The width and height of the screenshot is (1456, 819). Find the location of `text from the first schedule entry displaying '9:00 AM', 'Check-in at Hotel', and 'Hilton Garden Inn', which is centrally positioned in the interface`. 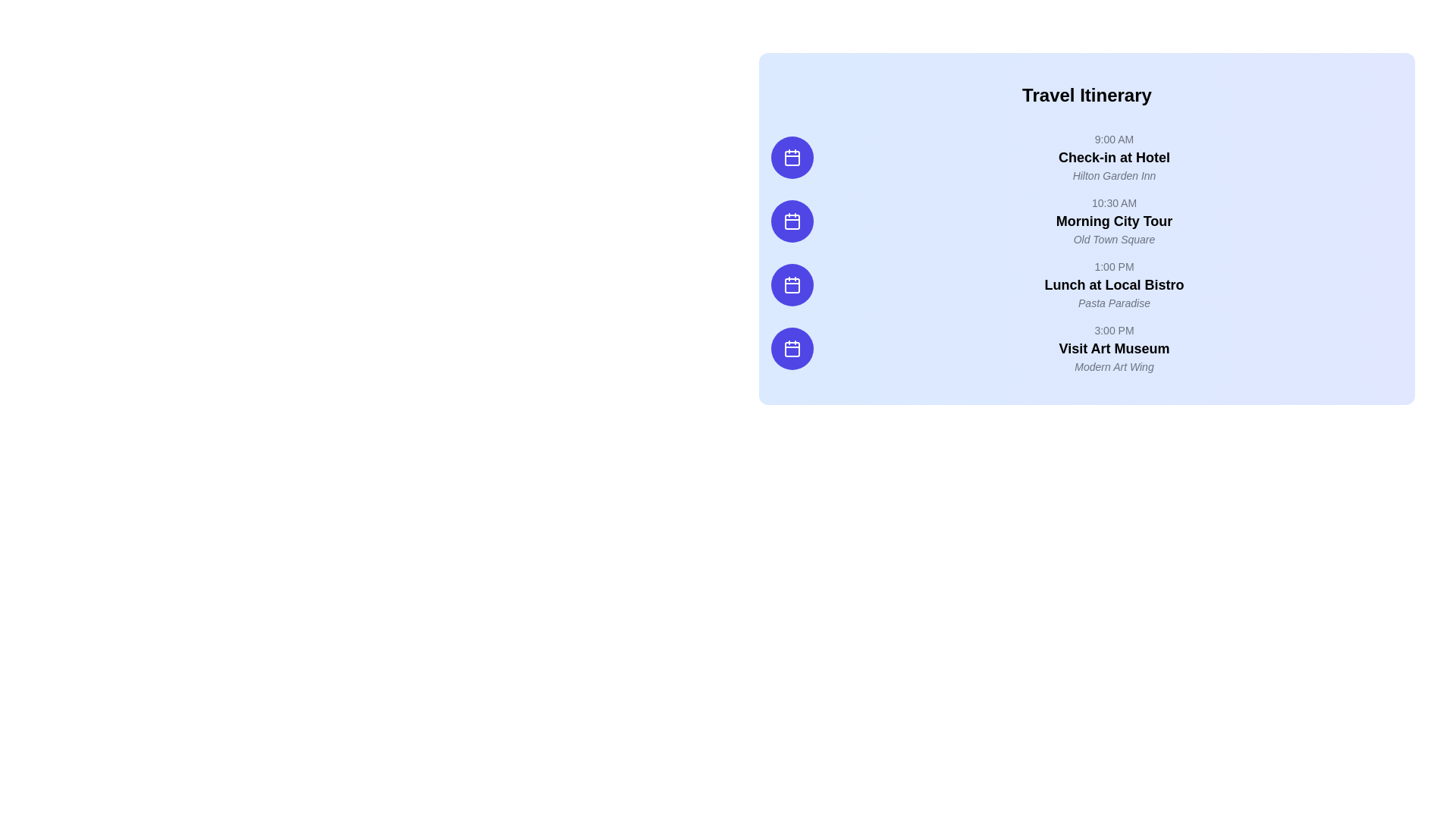

text from the first schedule entry displaying '9:00 AM', 'Check-in at Hotel', and 'Hilton Garden Inn', which is centrally positioned in the interface is located at coordinates (1114, 158).